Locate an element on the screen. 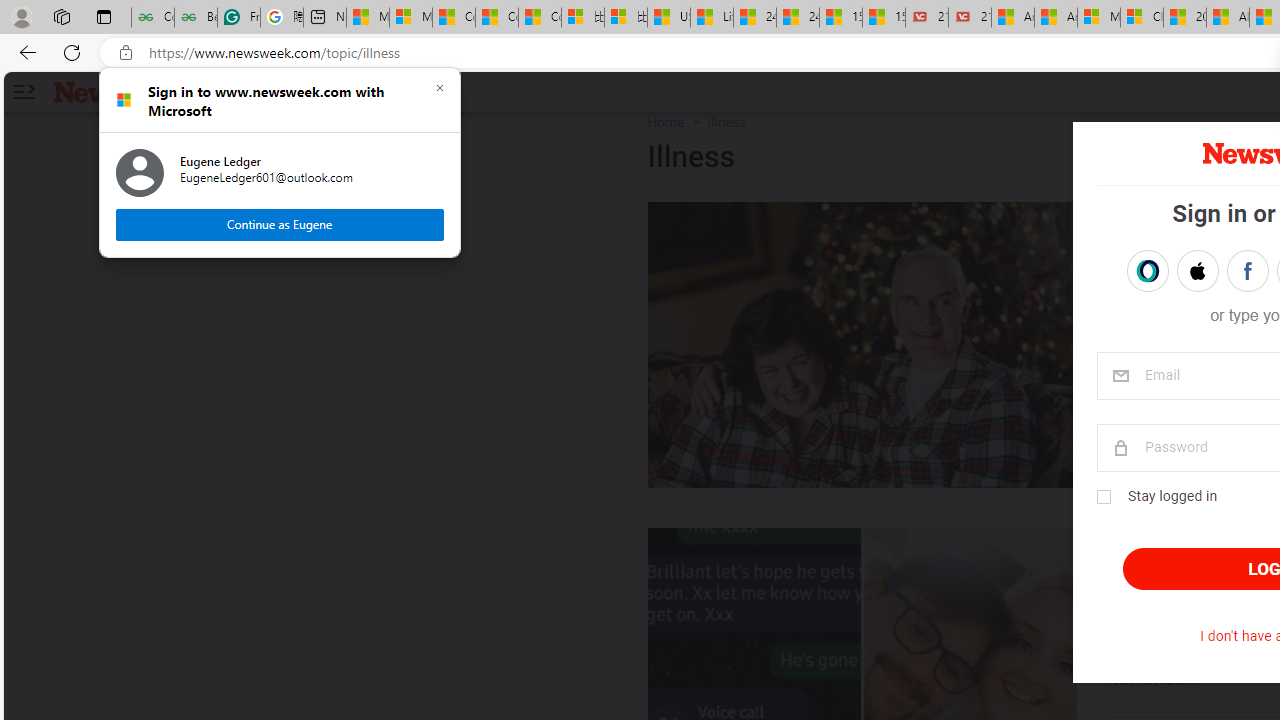 The width and height of the screenshot is (1280, 720). '20 Ways to Boost Your Protein Intake at Every Meal' is located at coordinates (1184, 17).